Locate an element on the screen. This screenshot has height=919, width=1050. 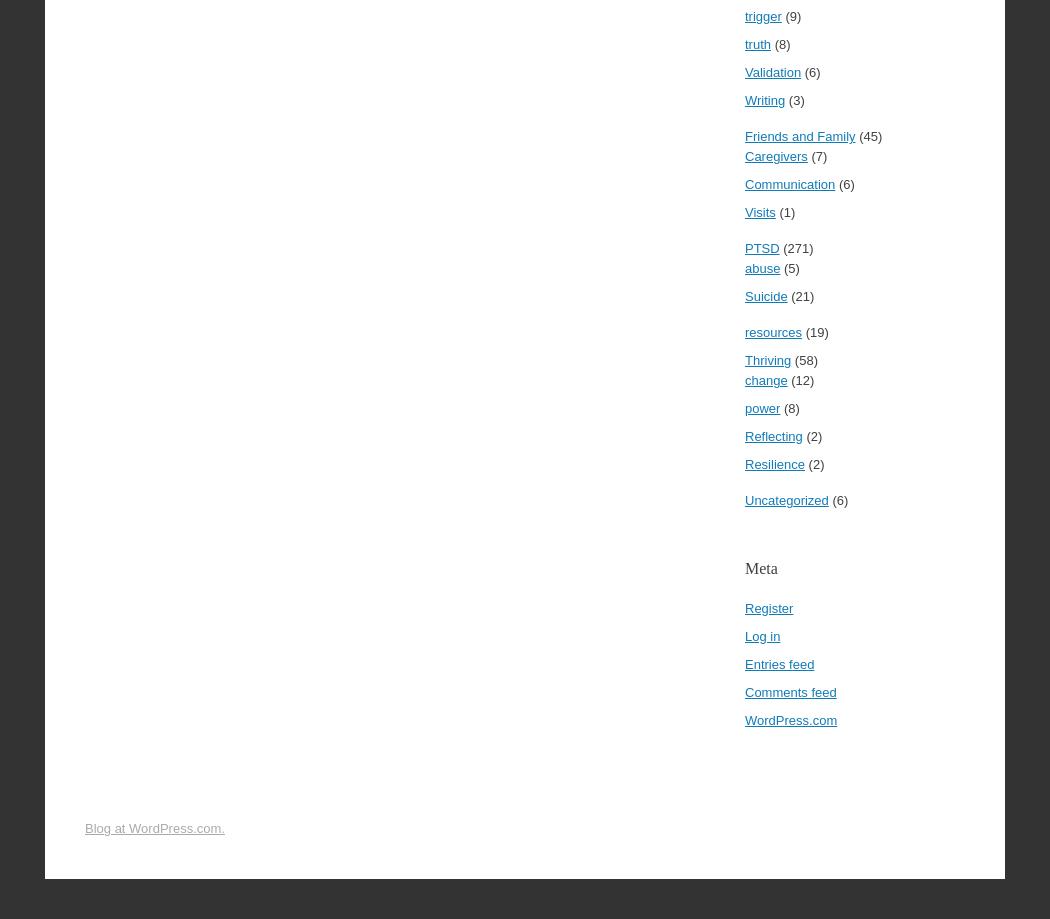
'(12)' is located at coordinates (799, 380).